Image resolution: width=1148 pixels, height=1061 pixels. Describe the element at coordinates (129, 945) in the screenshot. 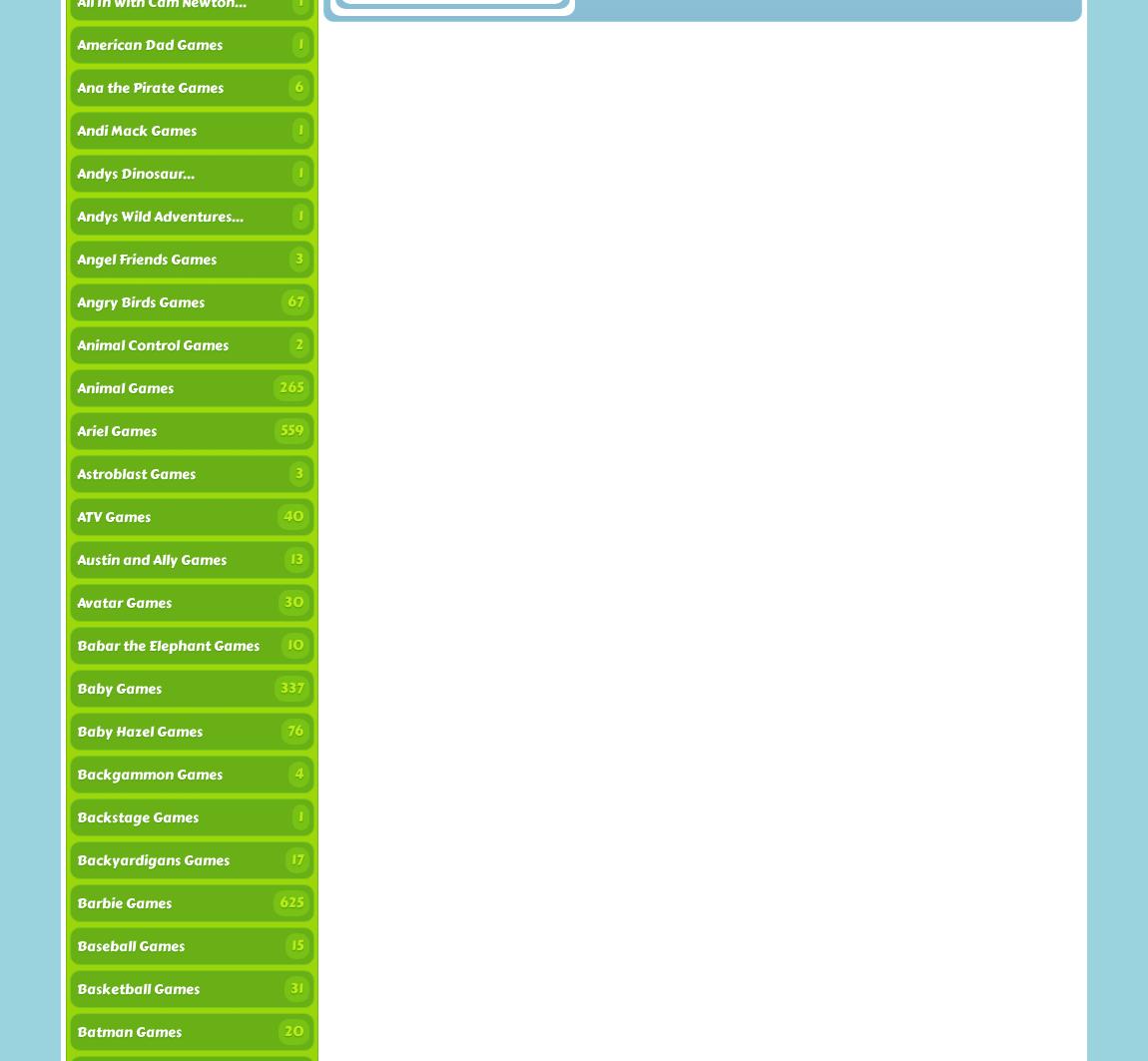

I see `'Baseball Games'` at that location.